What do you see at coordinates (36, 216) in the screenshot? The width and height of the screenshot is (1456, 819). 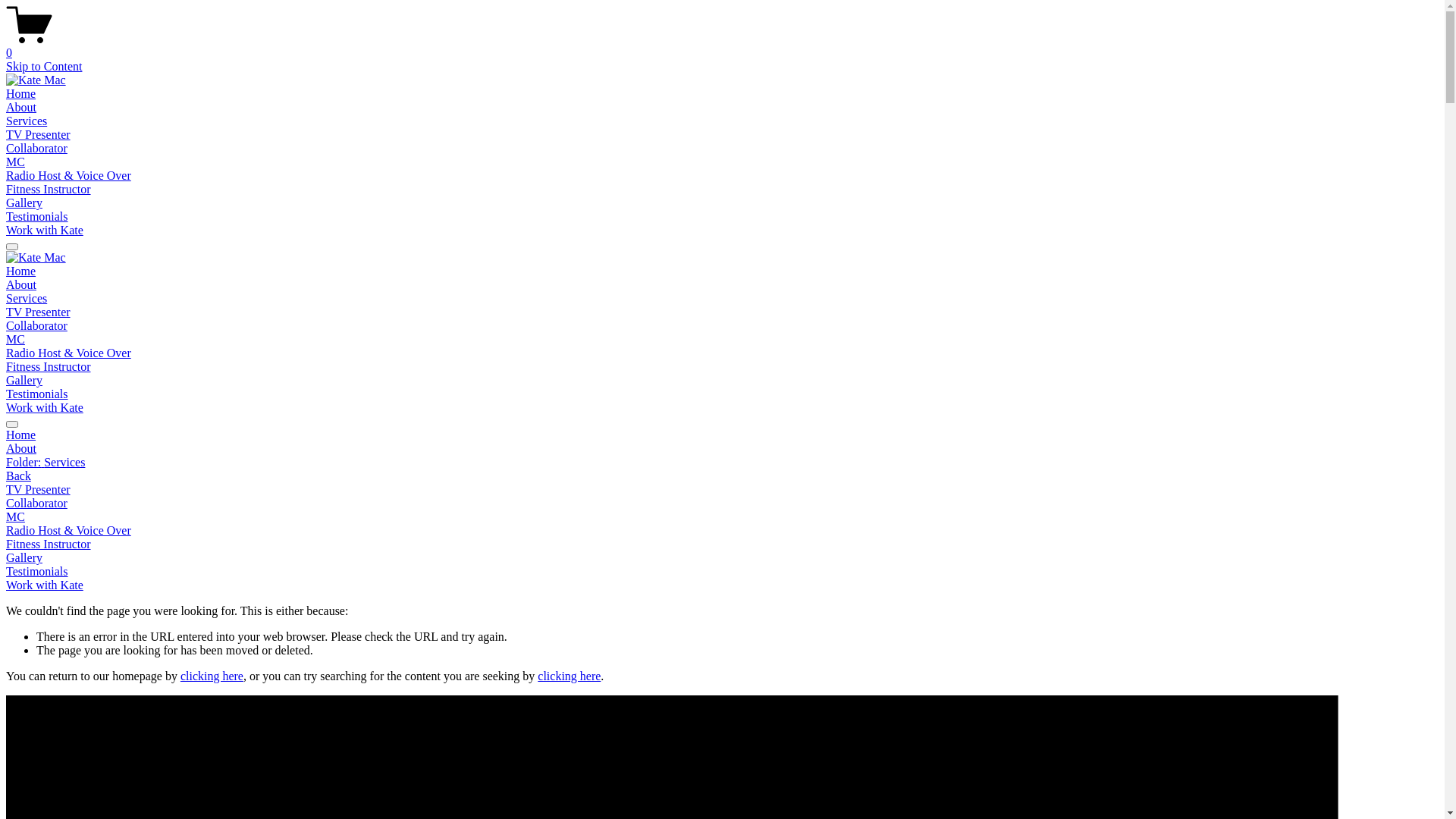 I see `'Testimonials'` at bounding box center [36, 216].